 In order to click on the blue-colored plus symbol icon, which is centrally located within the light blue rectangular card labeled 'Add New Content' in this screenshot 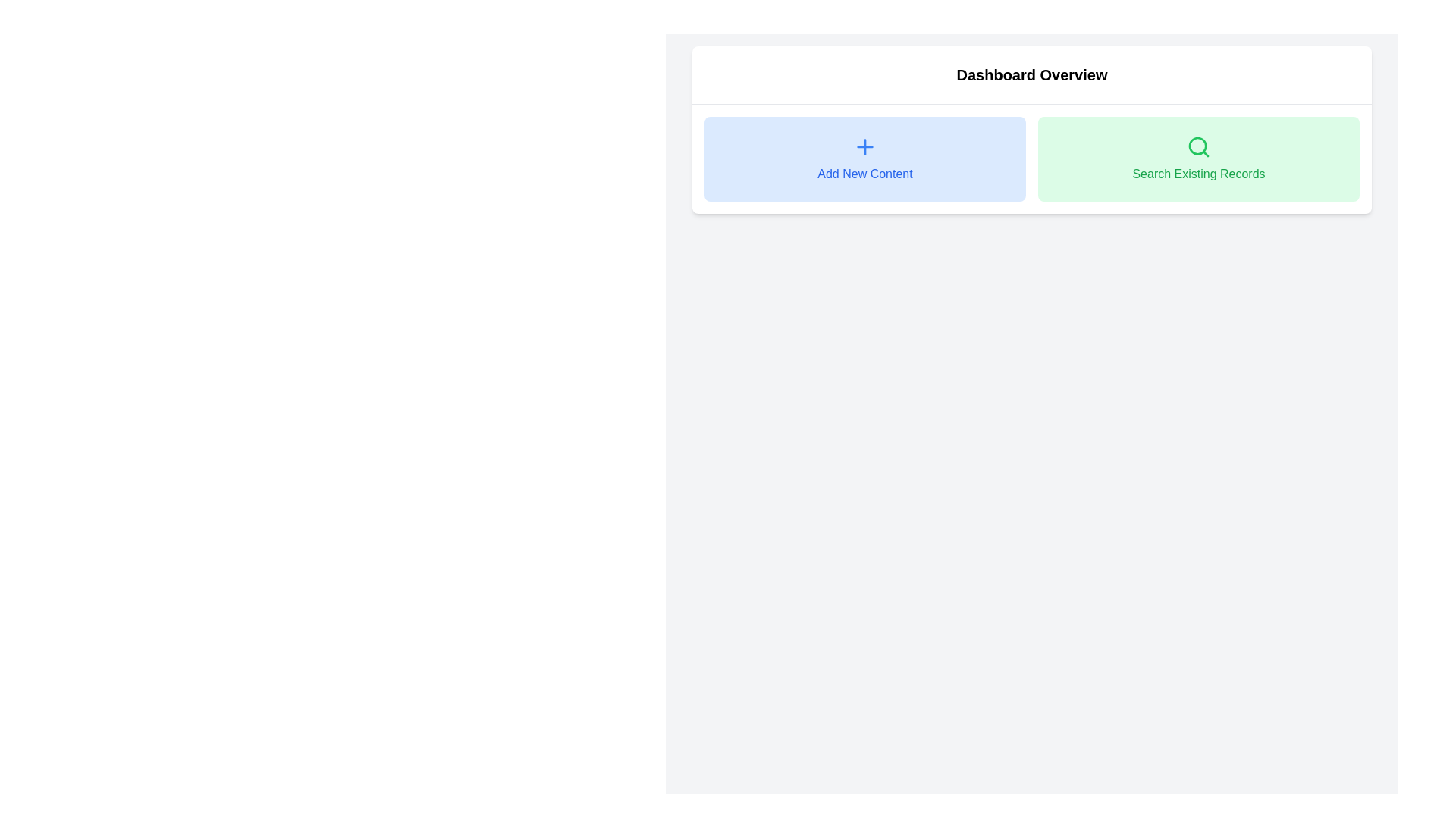, I will do `click(865, 146)`.